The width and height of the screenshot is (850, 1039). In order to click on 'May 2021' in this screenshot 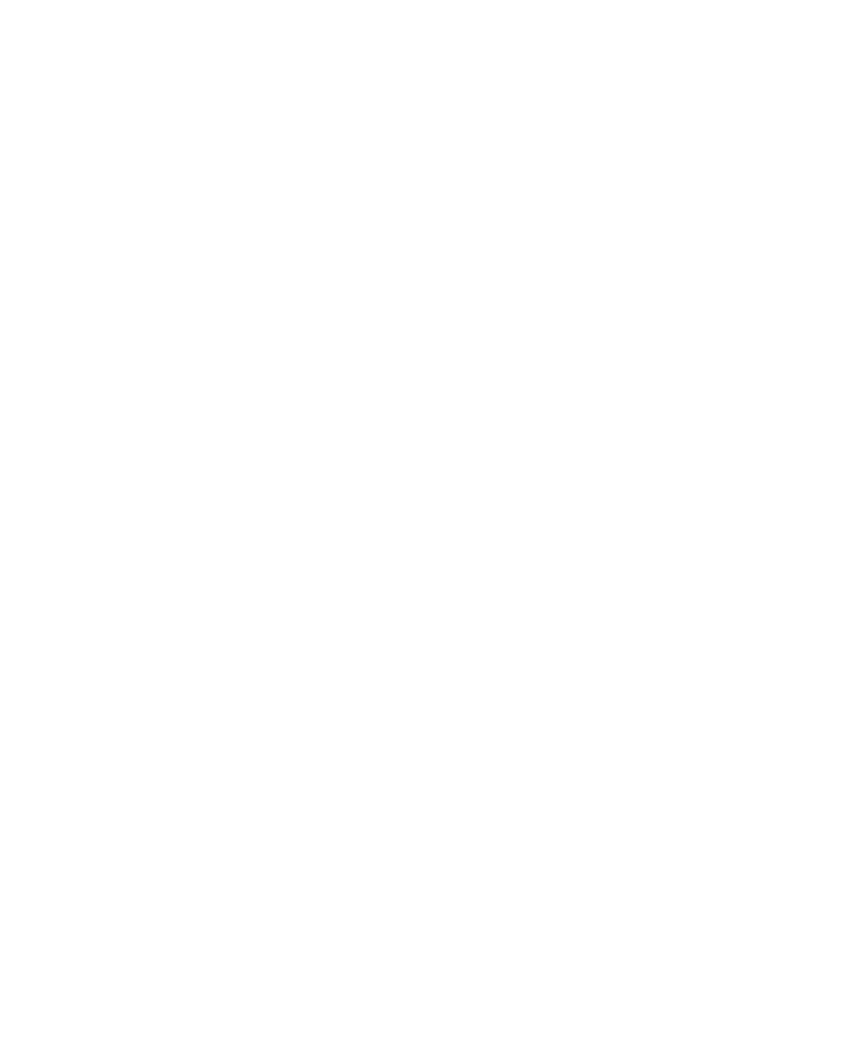, I will do `click(123, 926)`.